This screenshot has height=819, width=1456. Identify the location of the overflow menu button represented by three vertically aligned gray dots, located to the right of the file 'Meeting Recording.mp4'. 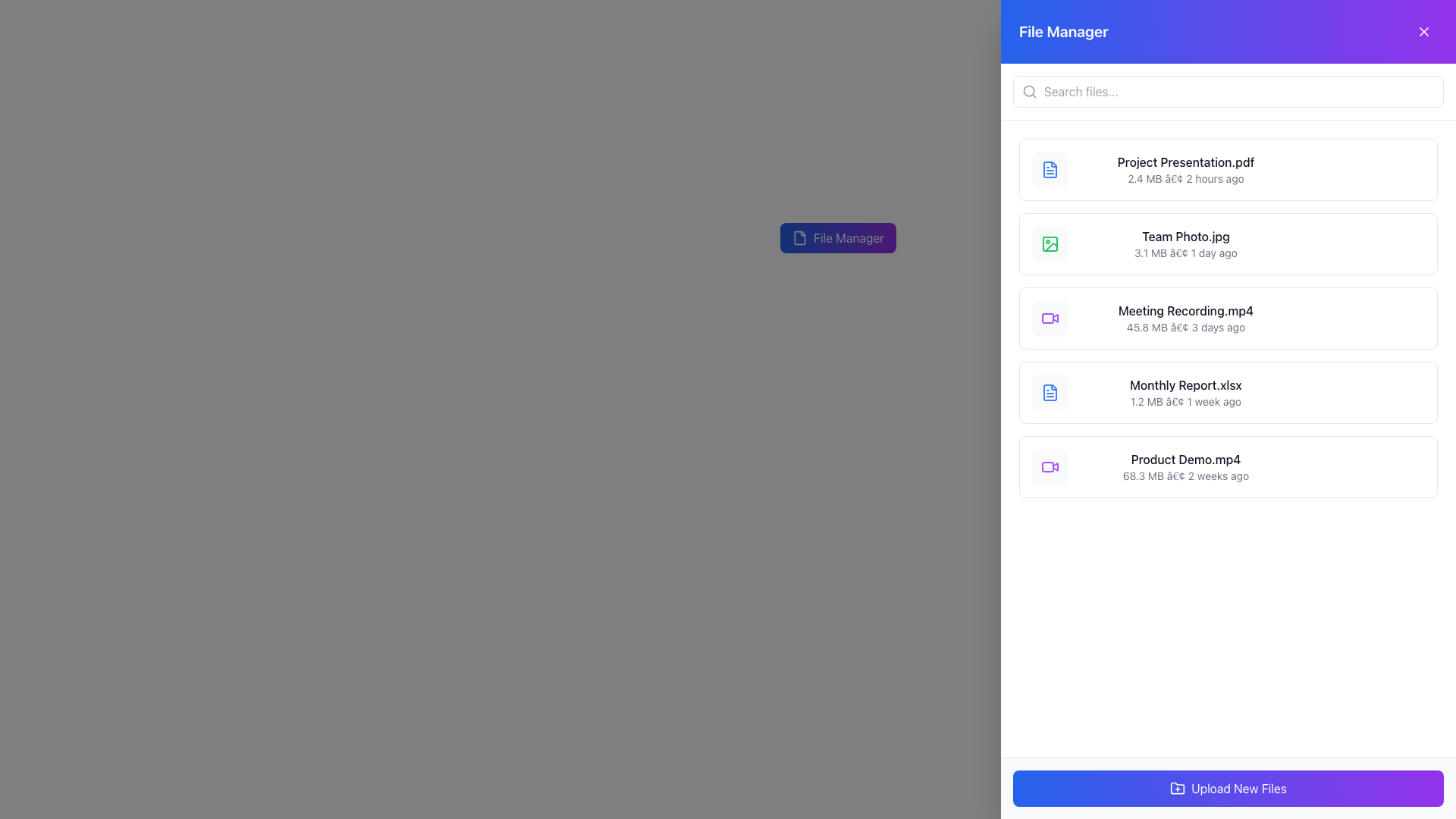
(1364, 318).